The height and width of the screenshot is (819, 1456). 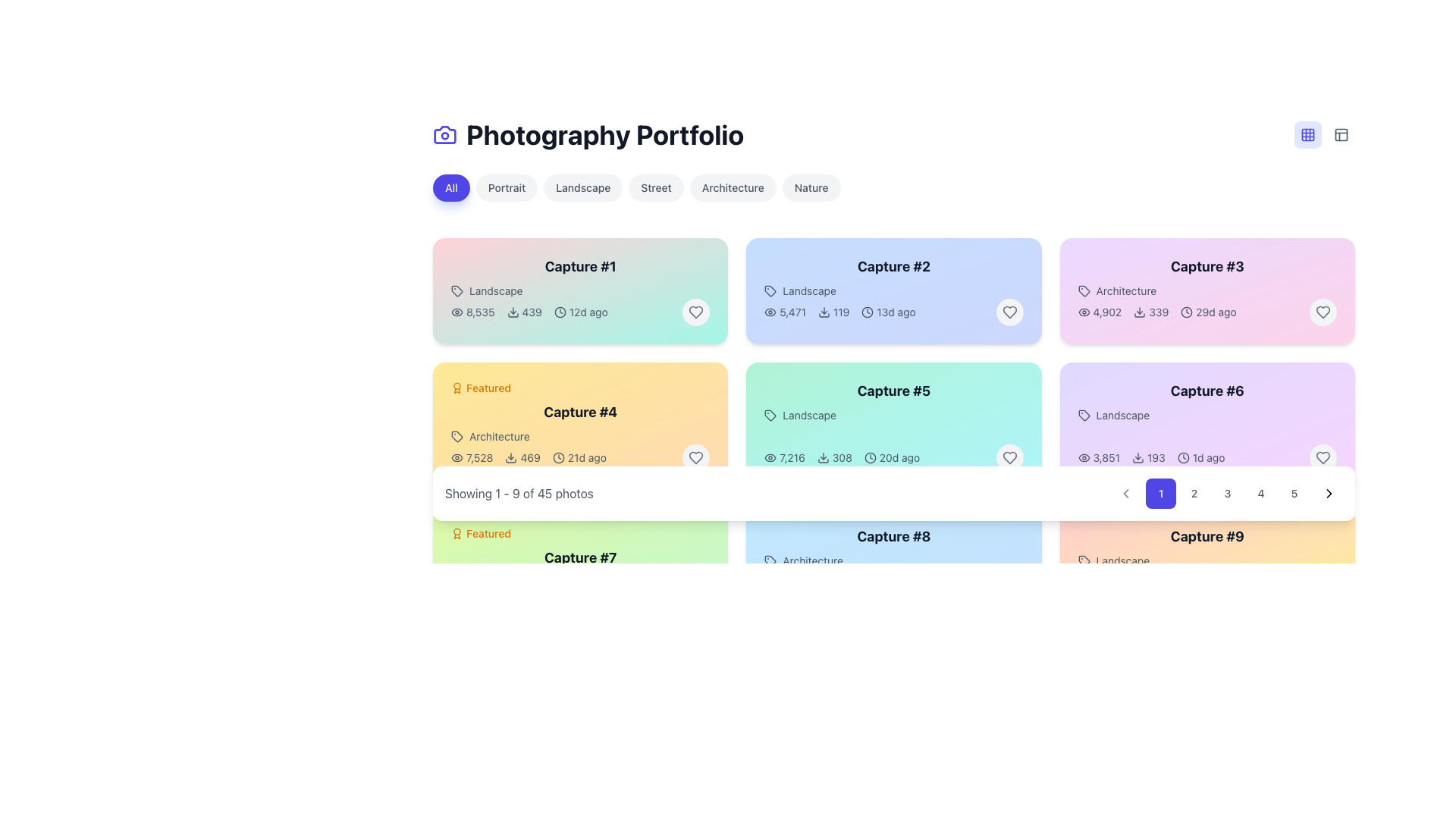 What do you see at coordinates (894, 457) in the screenshot?
I see `the information displayed in the Information Console located in the card labeled 'Capture #5', positioned at the bottom section adjacent to the right-hand side heart icon` at bounding box center [894, 457].